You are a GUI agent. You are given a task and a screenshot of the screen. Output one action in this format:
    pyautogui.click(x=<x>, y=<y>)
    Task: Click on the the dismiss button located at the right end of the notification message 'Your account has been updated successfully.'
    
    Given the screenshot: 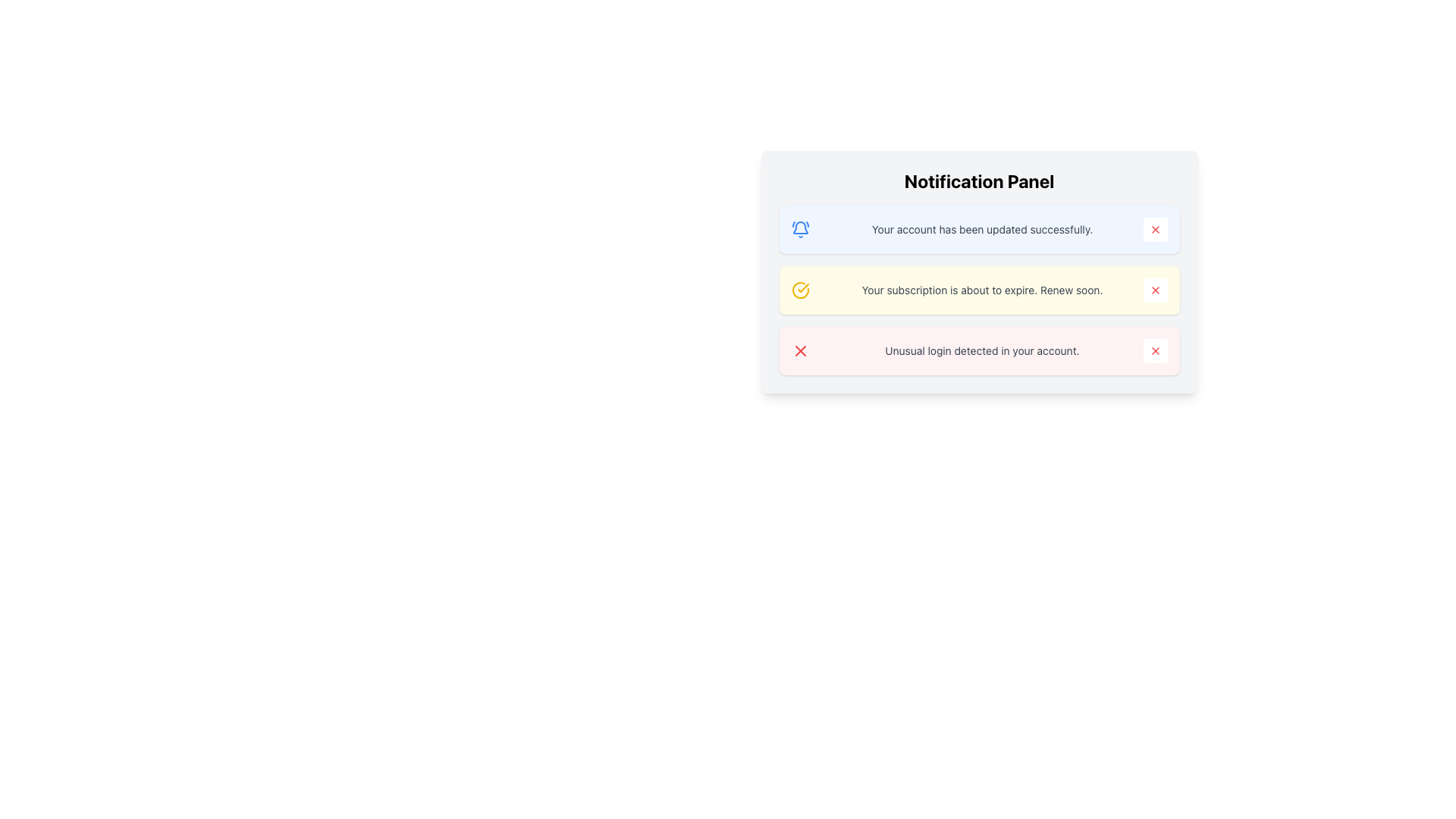 What is the action you would take?
    pyautogui.click(x=1154, y=230)
    